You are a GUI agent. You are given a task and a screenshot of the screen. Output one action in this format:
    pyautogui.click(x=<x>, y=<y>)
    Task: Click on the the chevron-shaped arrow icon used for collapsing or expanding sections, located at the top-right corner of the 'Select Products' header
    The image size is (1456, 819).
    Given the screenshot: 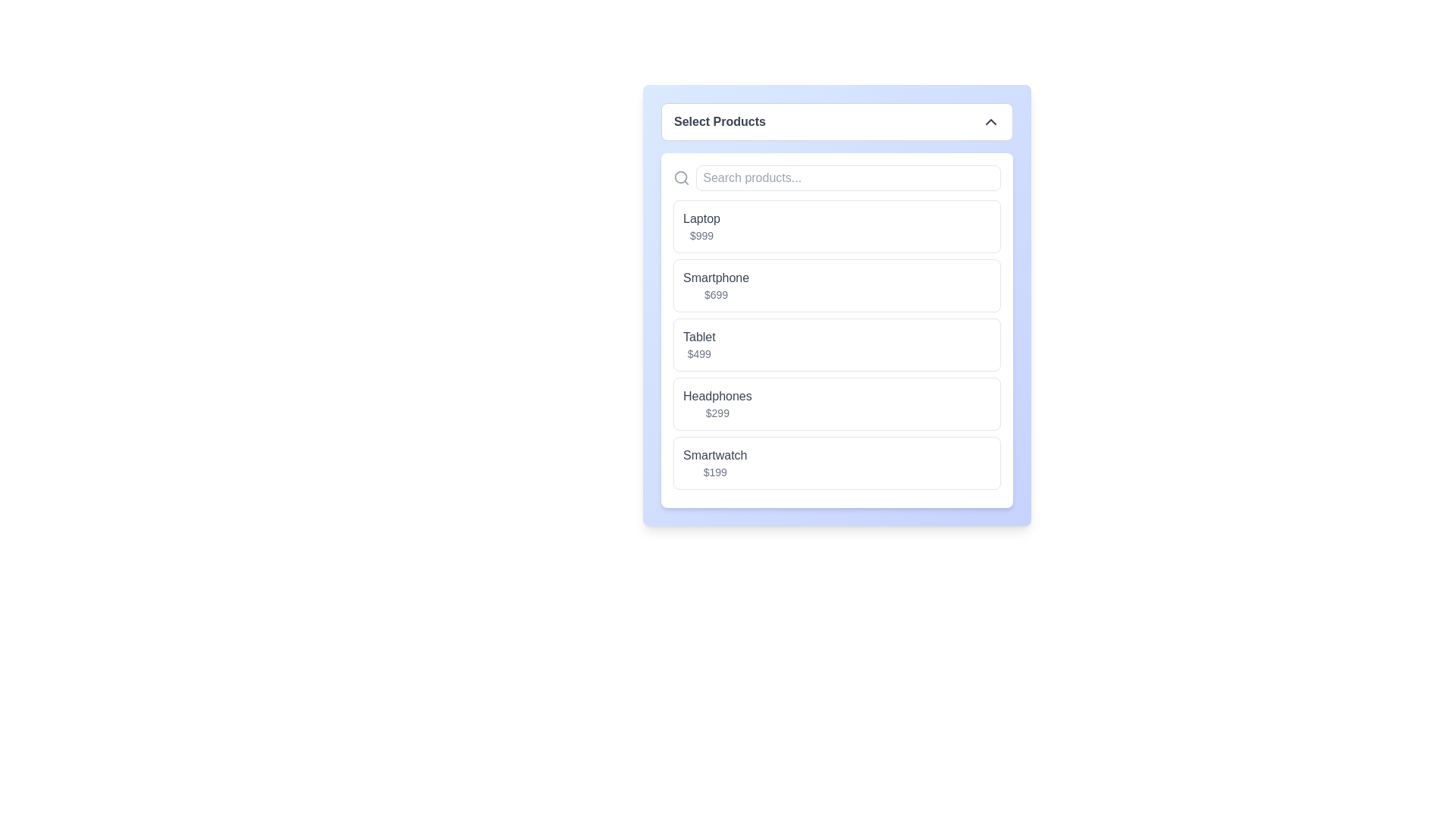 What is the action you would take?
    pyautogui.click(x=990, y=121)
    